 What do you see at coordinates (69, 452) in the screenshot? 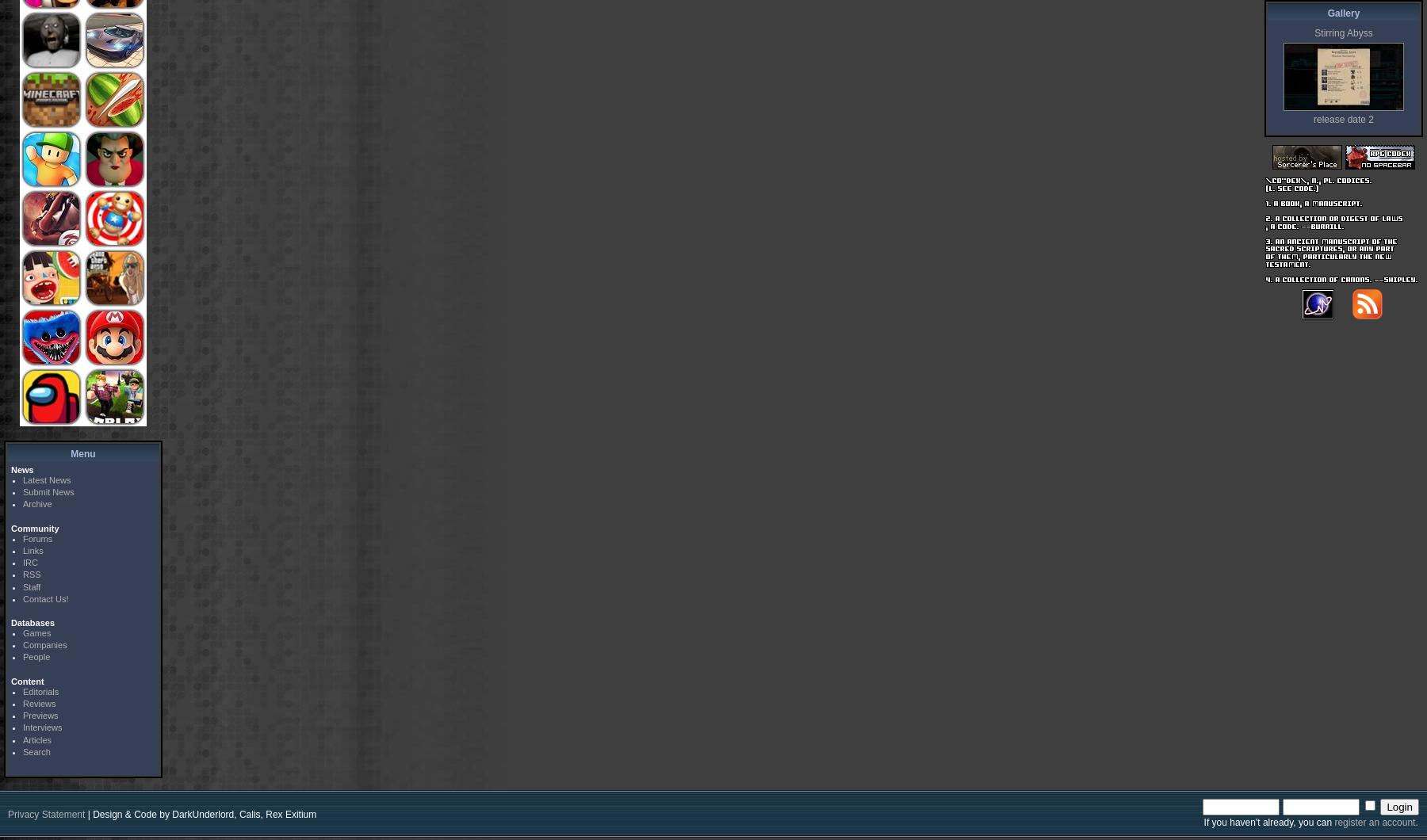
I see `'Menu'` at bounding box center [69, 452].